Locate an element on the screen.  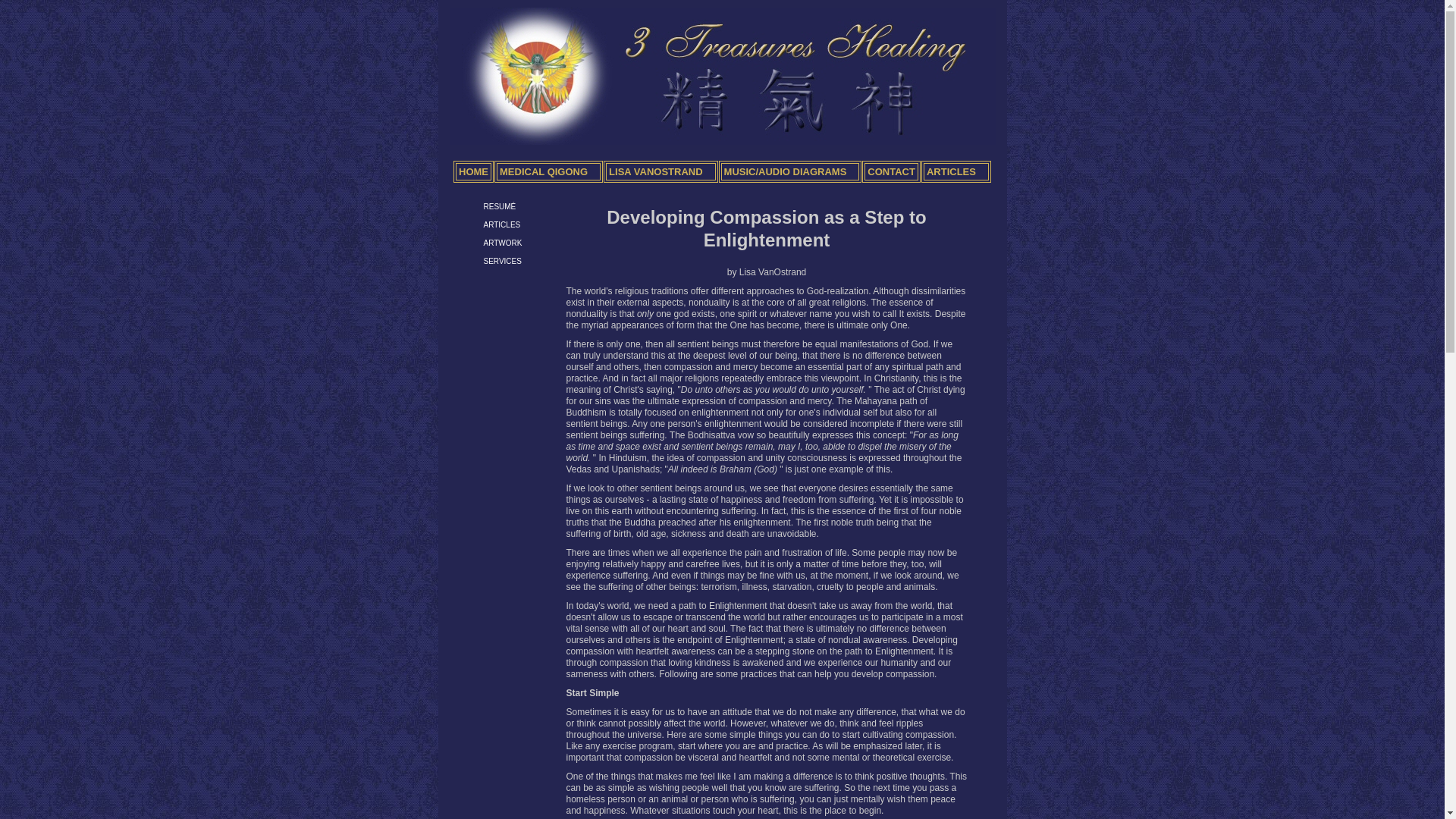
'HOME' is located at coordinates (453, 171).